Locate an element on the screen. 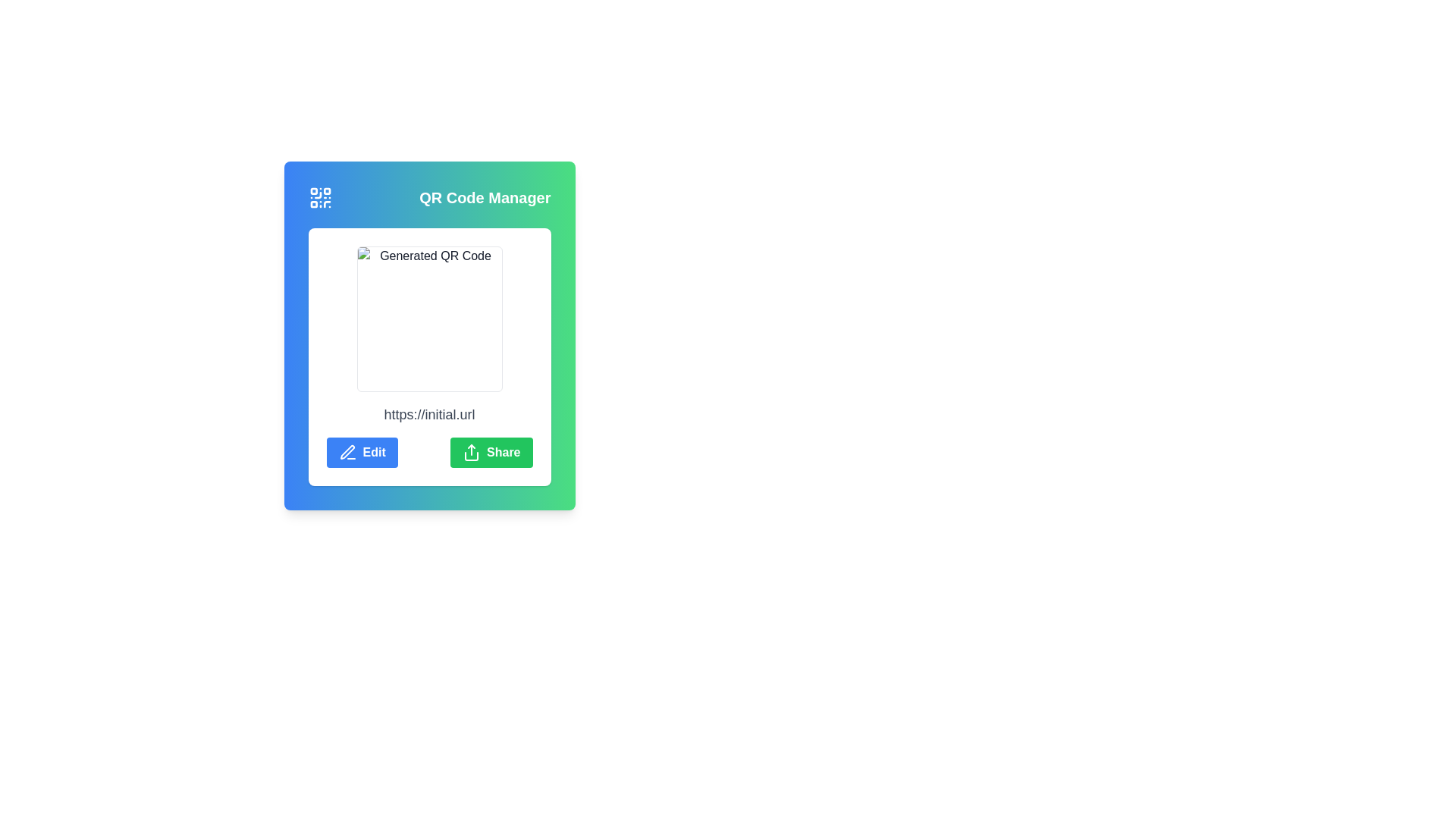  the blue 'Edit' button that contains the pen icon, which is positioned to the left of the 'Edit' text is located at coordinates (347, 452).